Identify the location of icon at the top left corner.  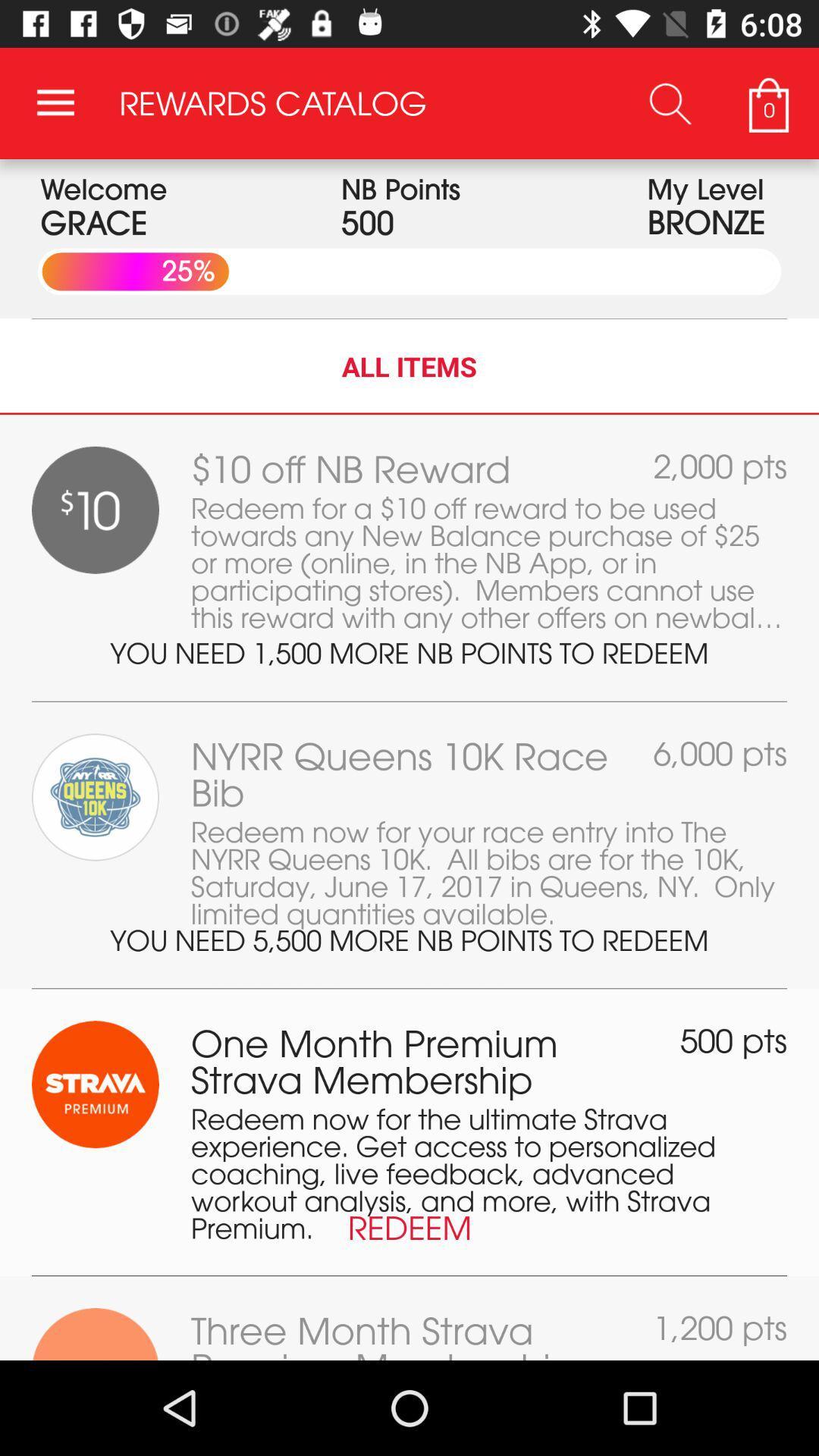
(55, 102).